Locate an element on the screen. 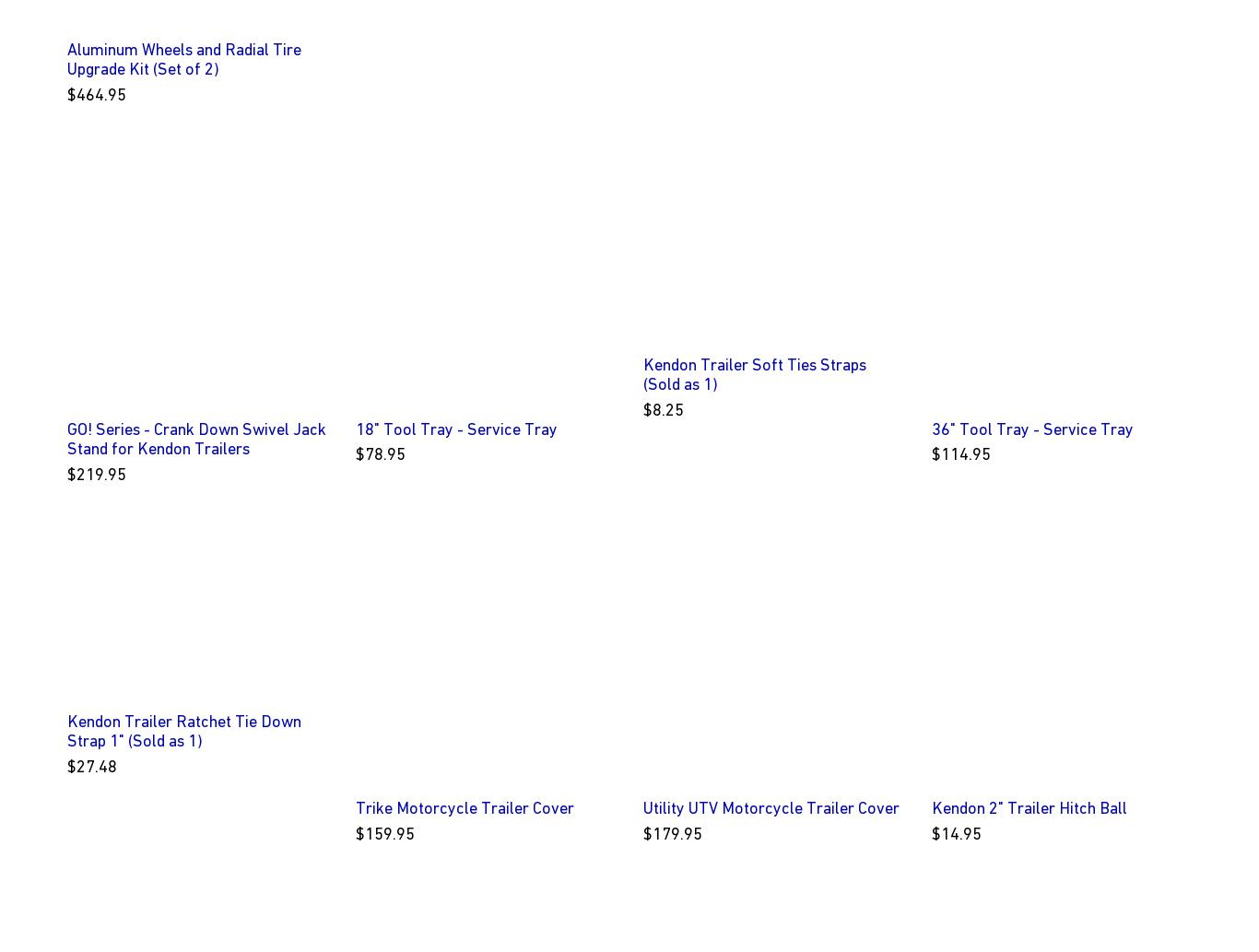  'GO! Series - Crank Down Swivel Jack Stand for Kendon Trailers' is located at coordinates (195, 438).